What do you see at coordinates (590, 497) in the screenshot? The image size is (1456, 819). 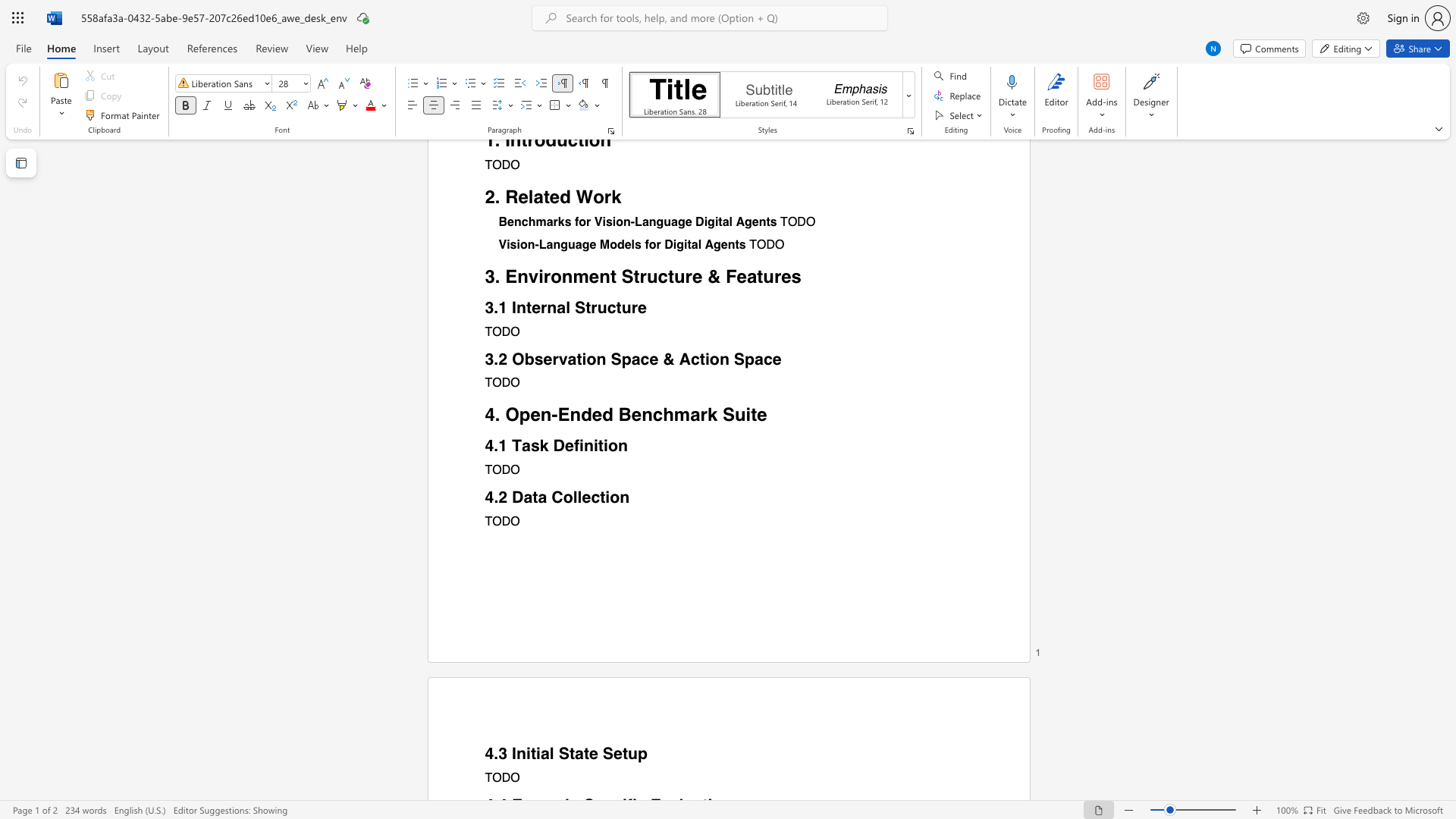 I see `the subset text "cti" within the text "Data Collection"` at bounding box center [590, 497].